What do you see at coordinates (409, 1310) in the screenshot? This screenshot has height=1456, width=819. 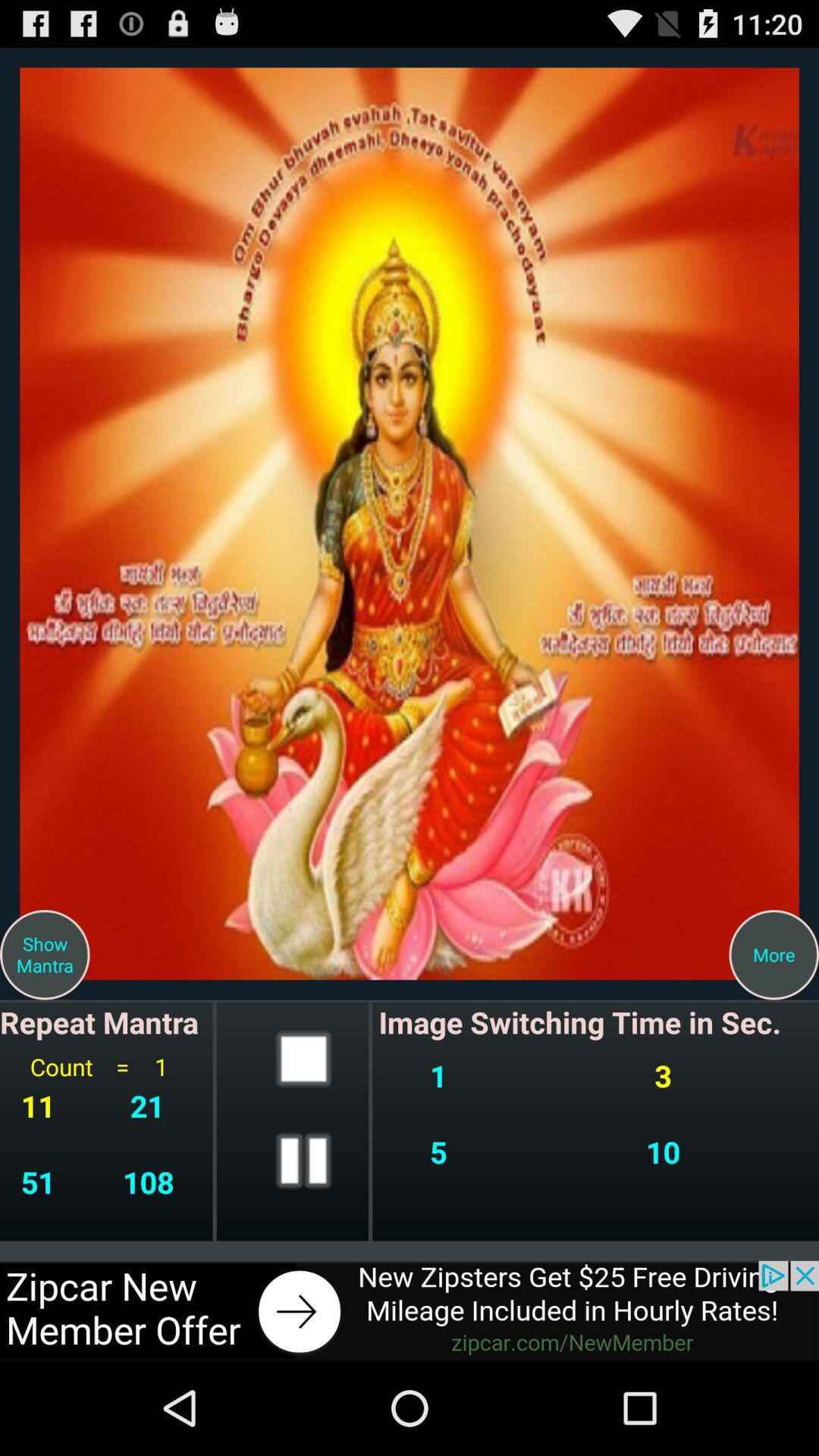 I see `advertisement banner` at bounding box center [409, 1310].